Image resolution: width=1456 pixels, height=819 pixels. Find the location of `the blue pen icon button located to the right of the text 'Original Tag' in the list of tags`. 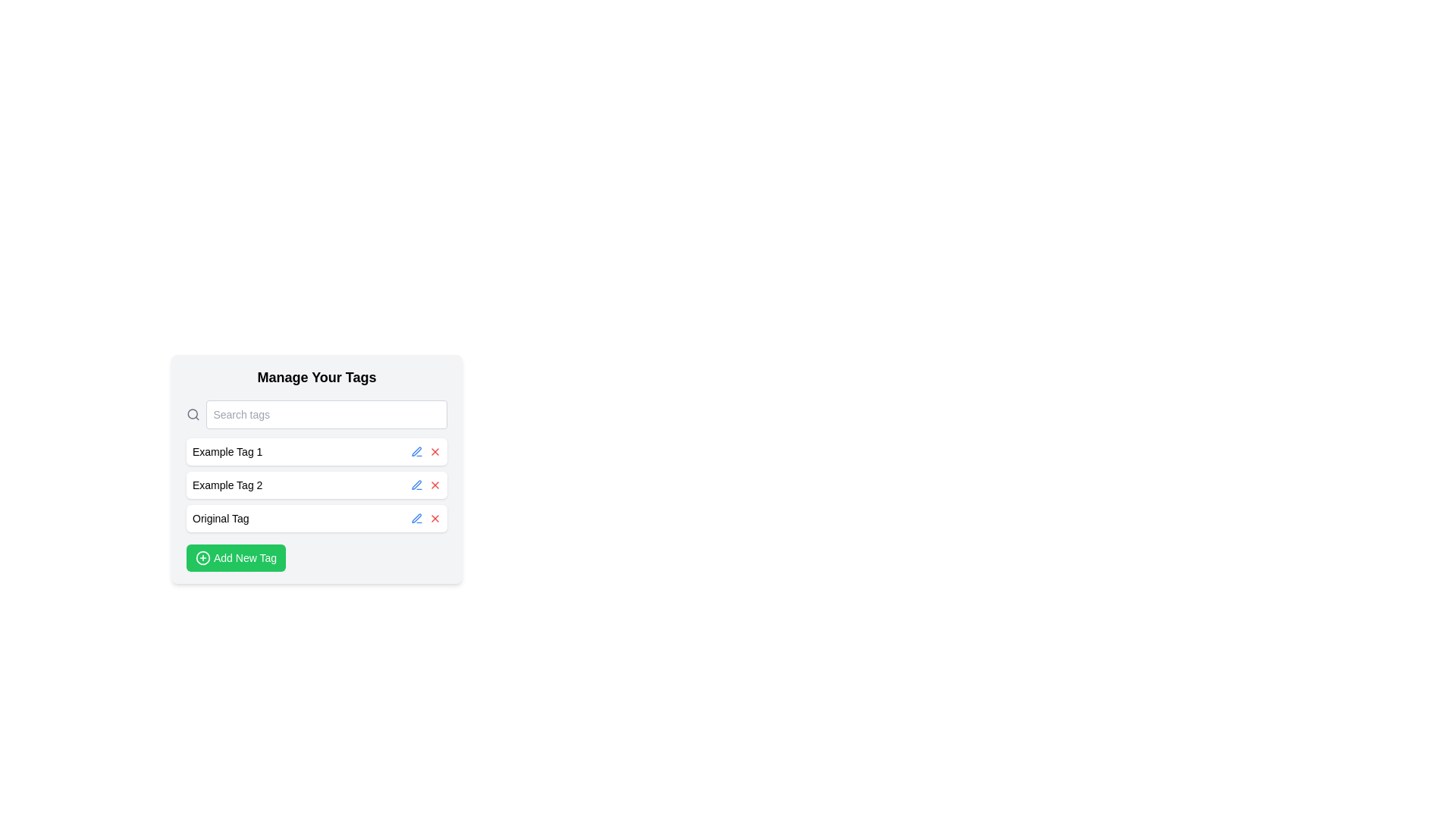

the blue pen icon button located to the right of the text 'Original Tag' in the list of tags is located at coordinates (417, 517).